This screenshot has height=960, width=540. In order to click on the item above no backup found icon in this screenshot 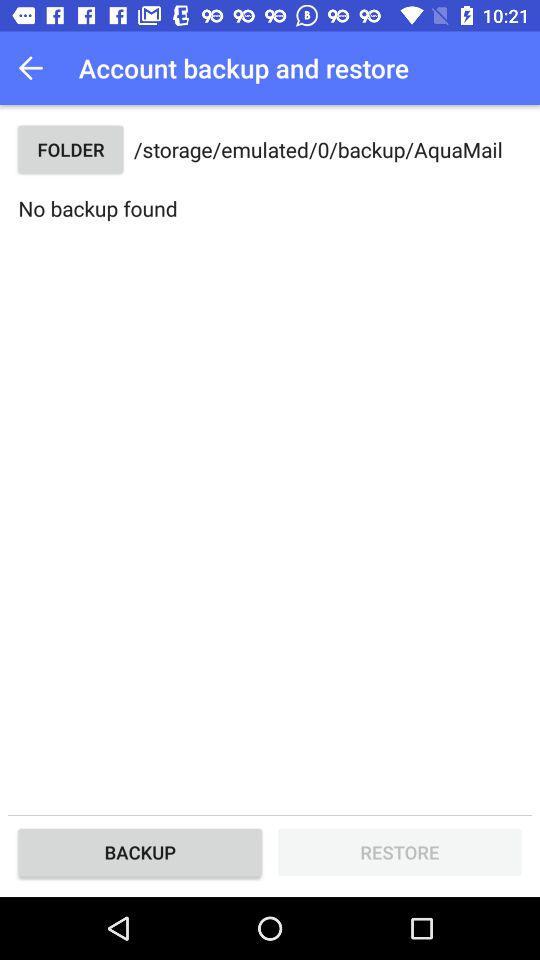, I will do `click(69, 148)`.